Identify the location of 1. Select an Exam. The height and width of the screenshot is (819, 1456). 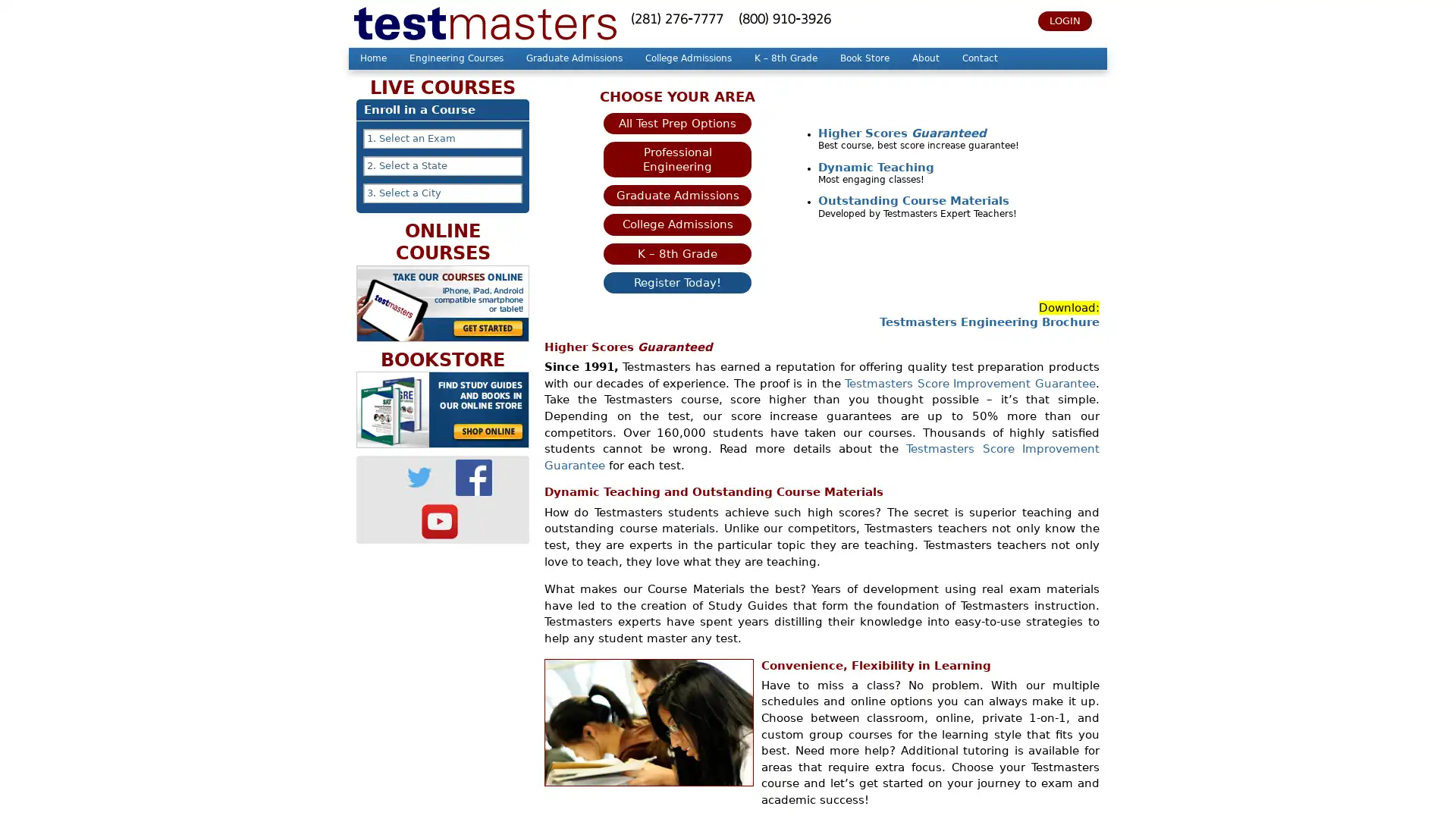
(442, 138).